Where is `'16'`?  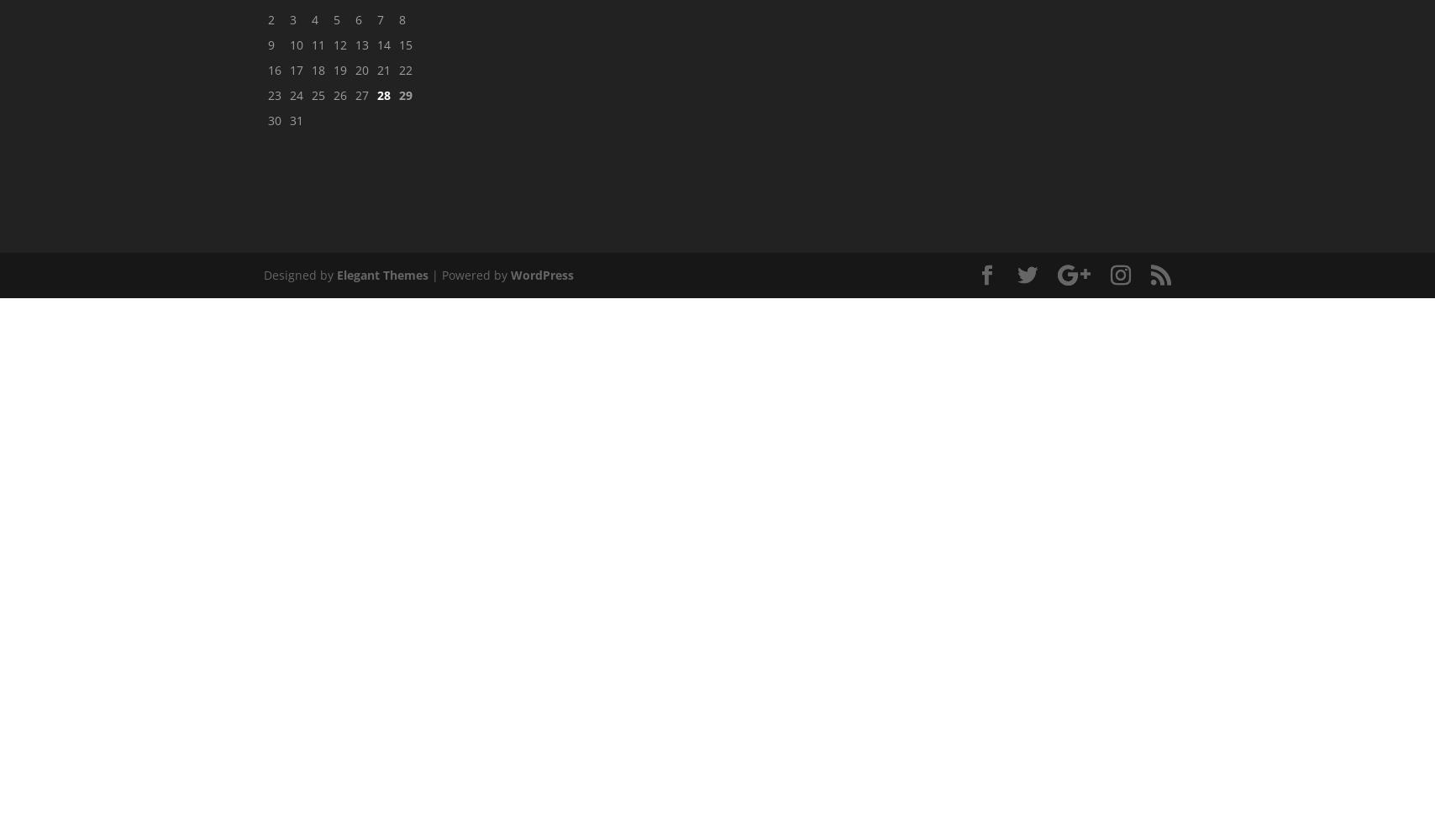 '16' is located at coordinates (275, 68).